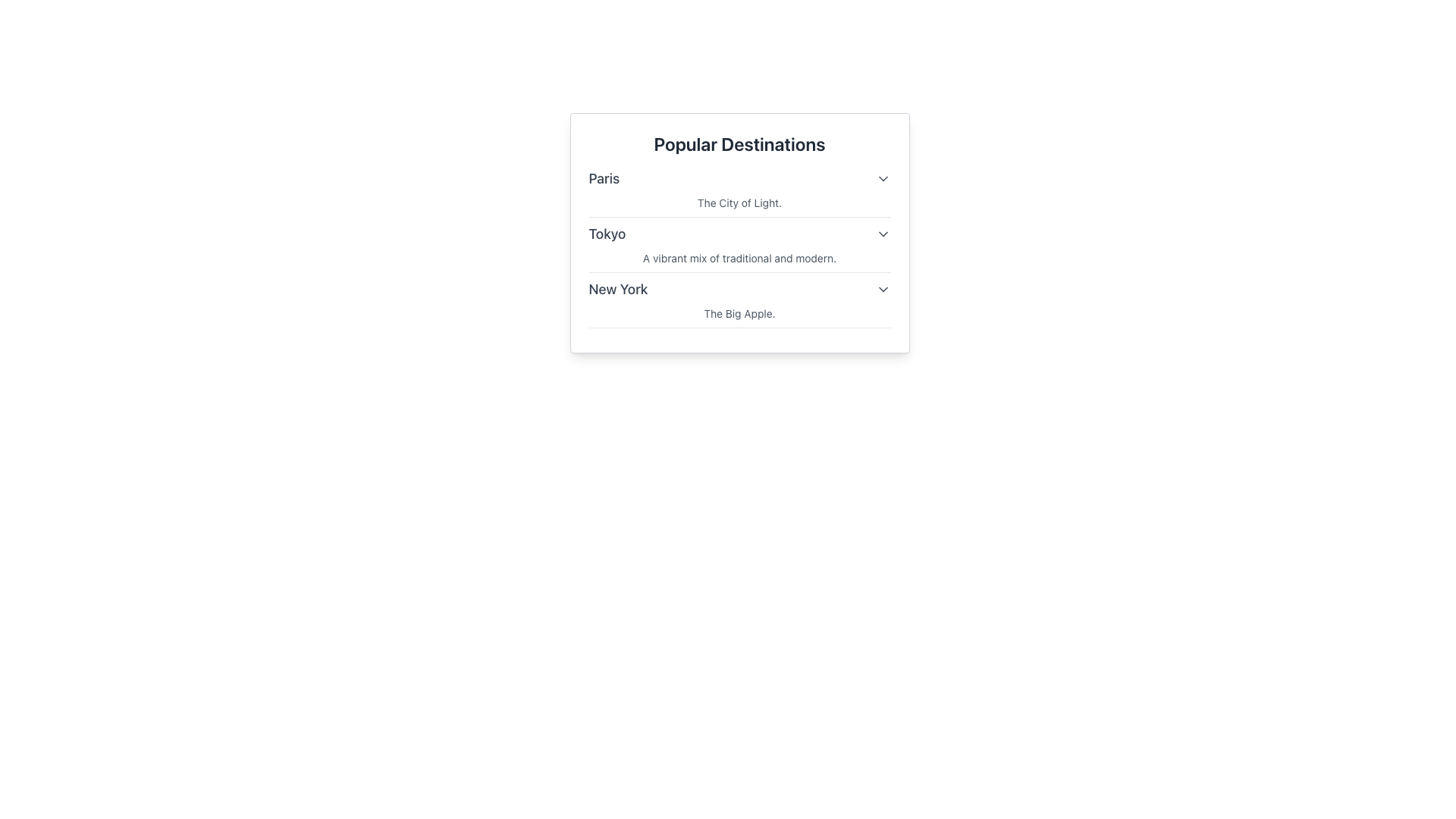 The width and height of the screenshot is (1456, 819). Describe the element at coordinates (739, 192) in the screenshot. I see `the first List Item for the destination 'Paris' under the 'Popular Destinations' heading` at that location.